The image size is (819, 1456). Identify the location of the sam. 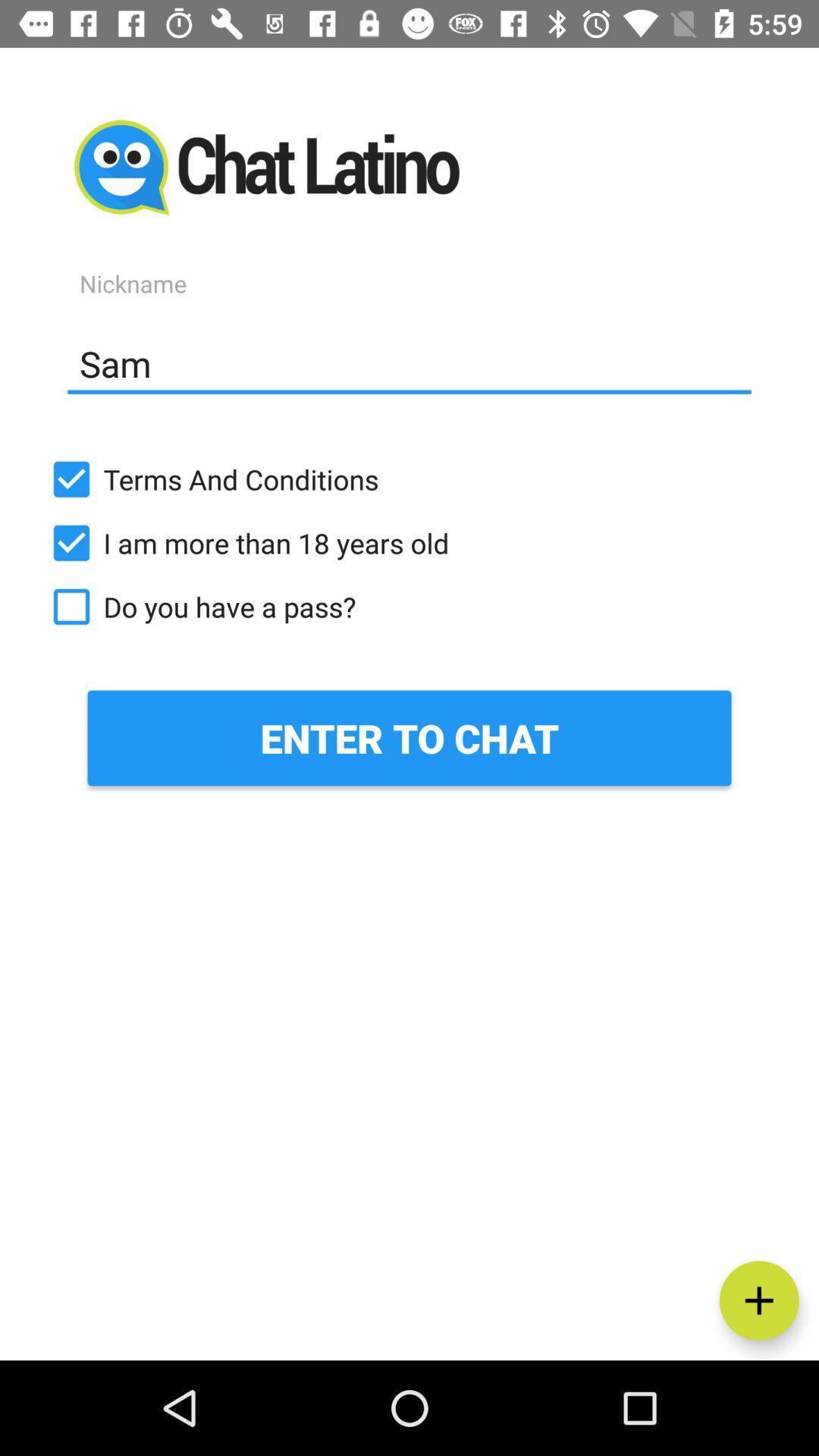
(409, 362).